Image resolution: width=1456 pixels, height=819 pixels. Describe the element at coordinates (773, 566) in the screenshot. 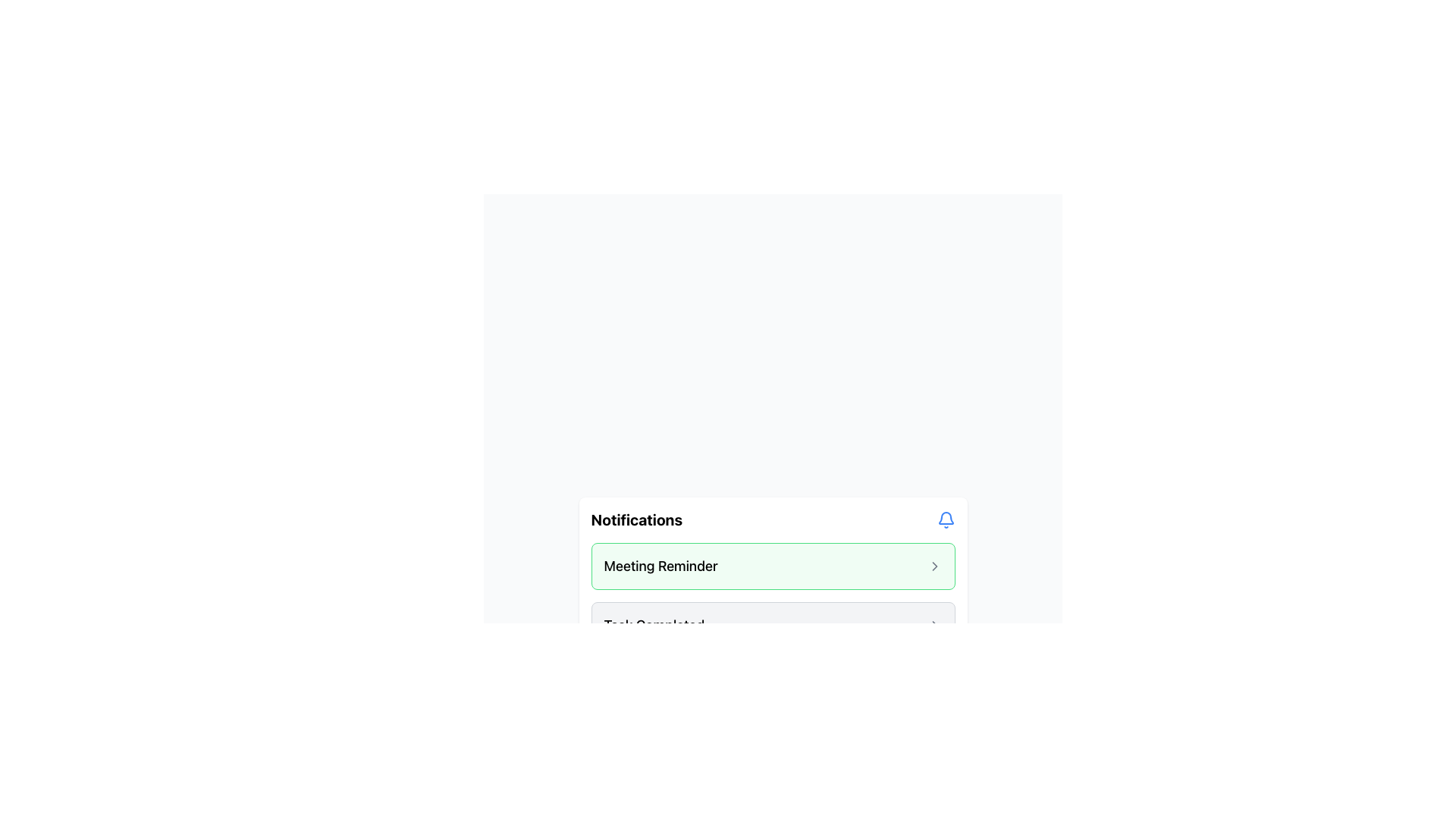

I see `the 'Meeting Reminder' list item in the Notifications section` at that location.